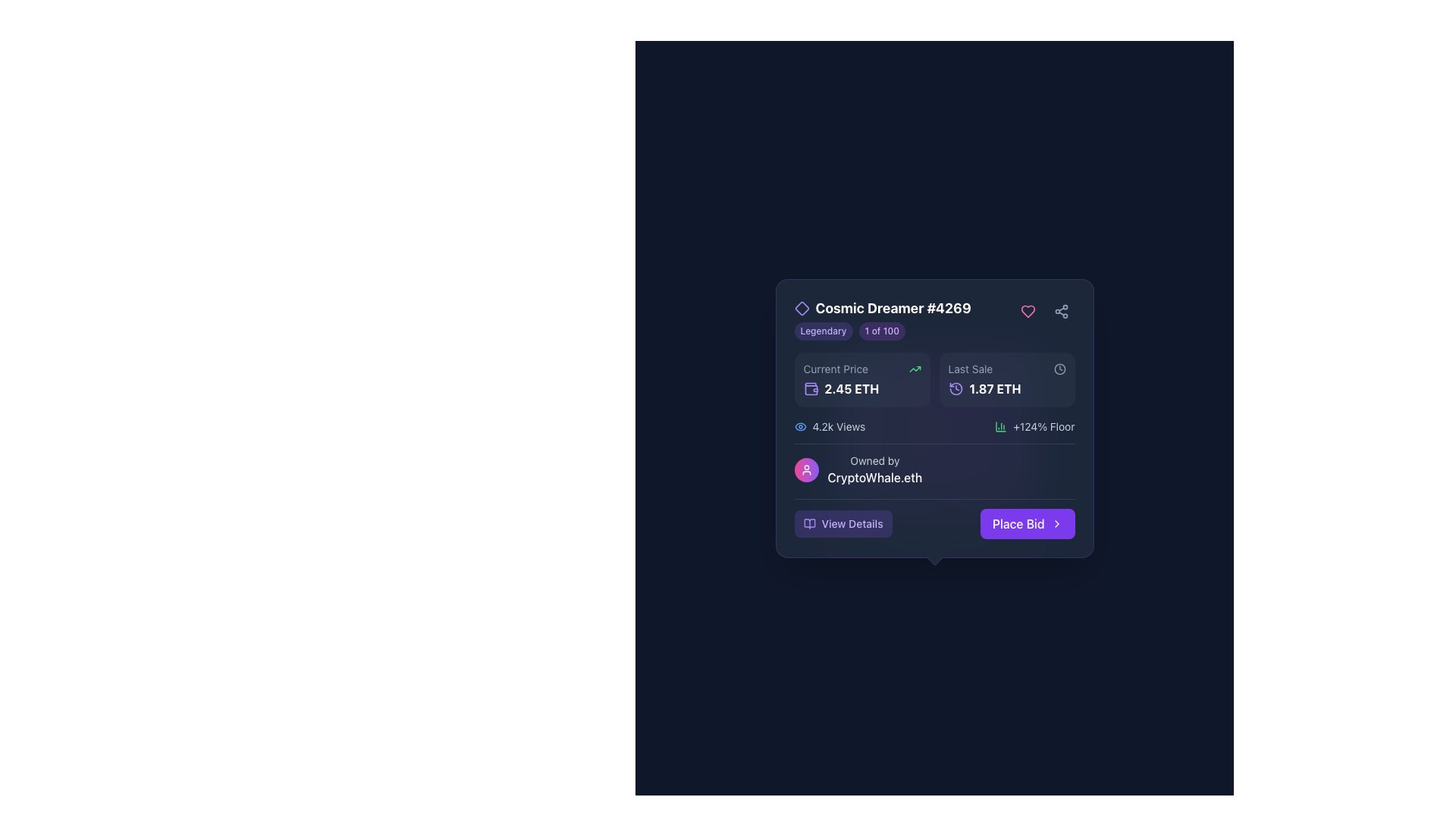  I want to click on 'Last Sale' text label, which is a small slate-colored font aligned left of a clock icon in the upper-right section of the card interface, so click(969, 369).